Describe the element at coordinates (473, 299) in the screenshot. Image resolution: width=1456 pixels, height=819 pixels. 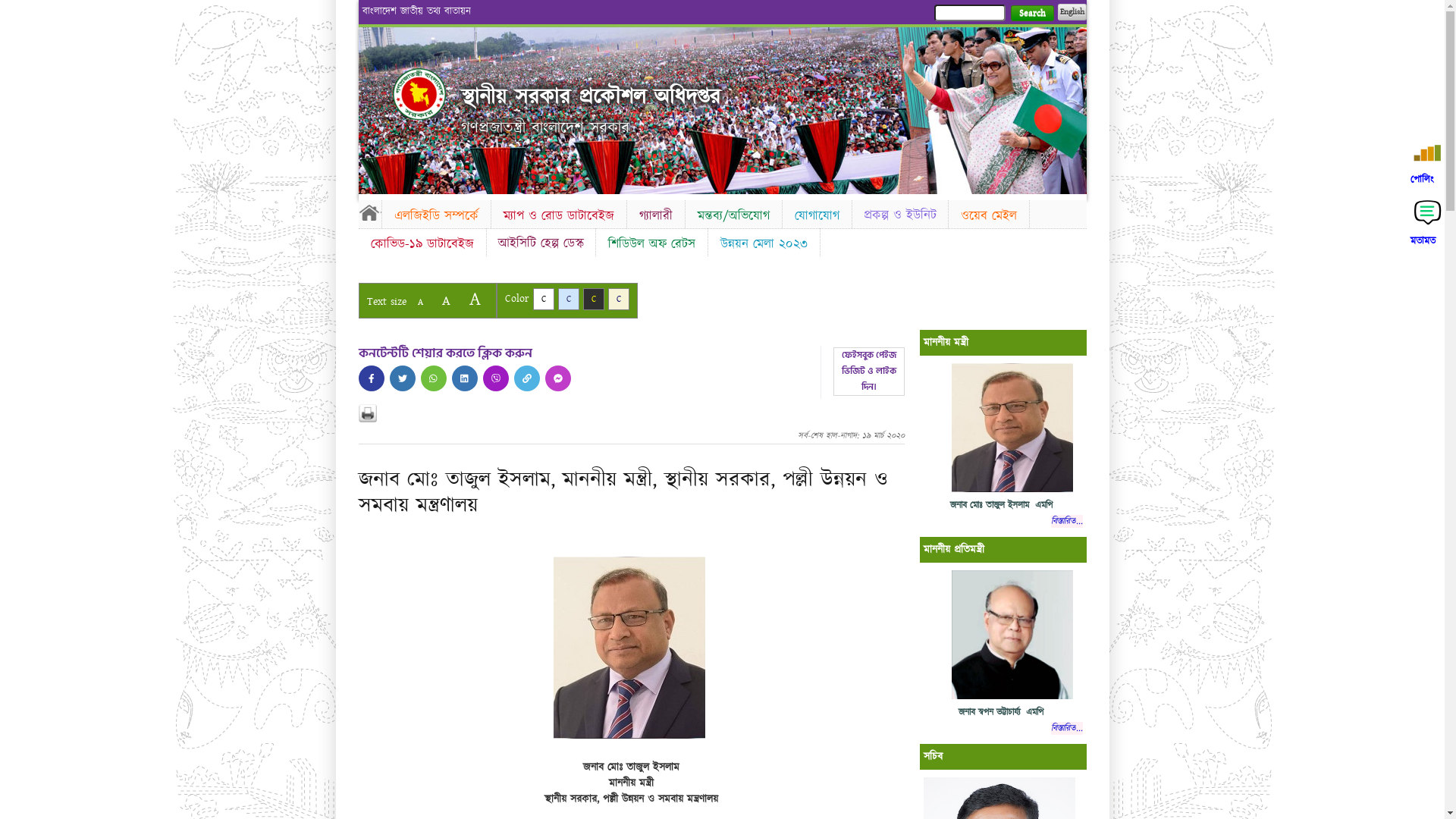
I see `'A'` at that location.